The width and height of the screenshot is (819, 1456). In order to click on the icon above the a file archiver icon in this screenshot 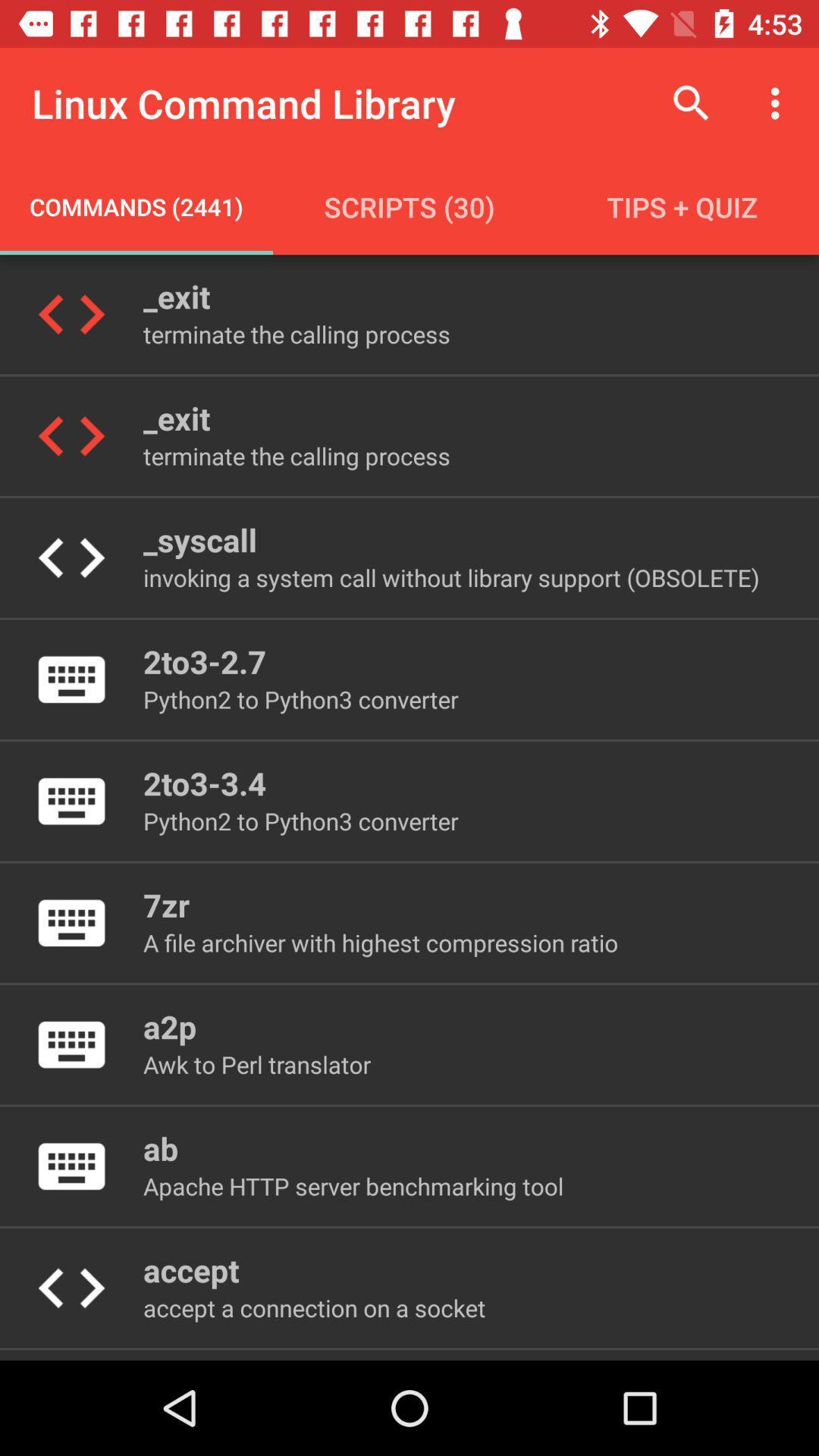, I will do `click(166, 905)`.